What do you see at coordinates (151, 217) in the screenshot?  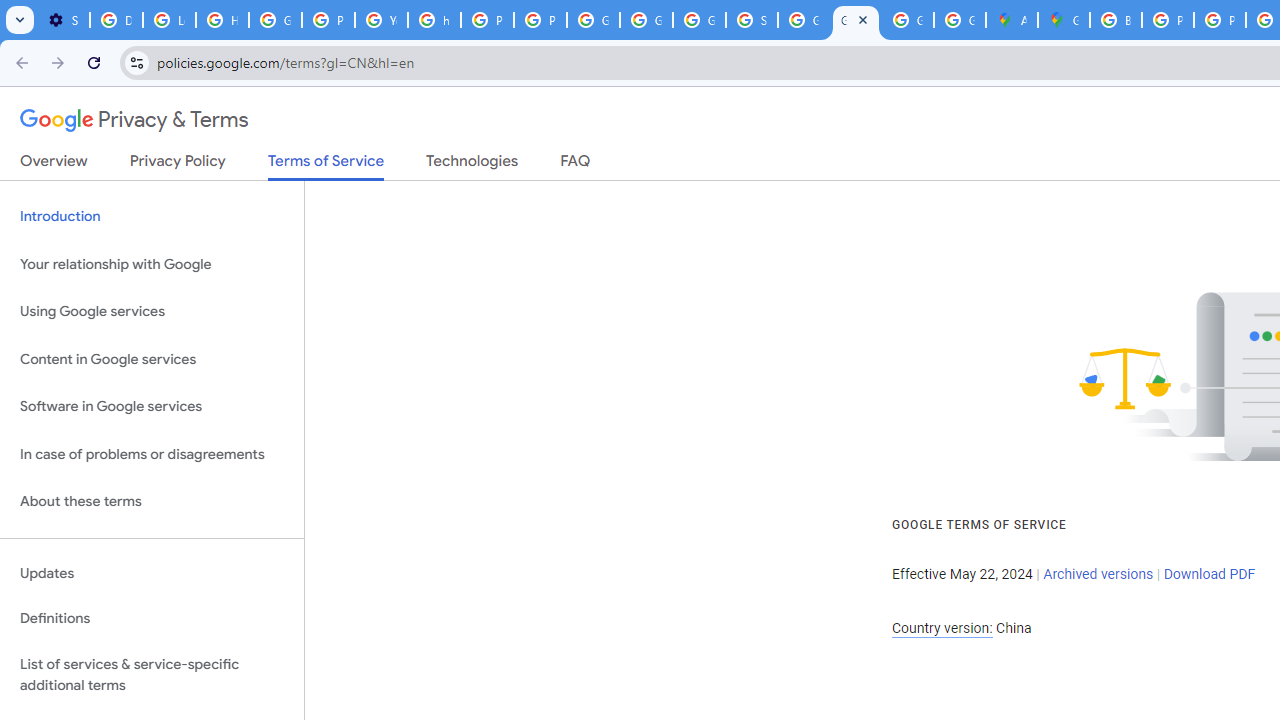 I see `'Introduction'` at bounding box center [151, 217].